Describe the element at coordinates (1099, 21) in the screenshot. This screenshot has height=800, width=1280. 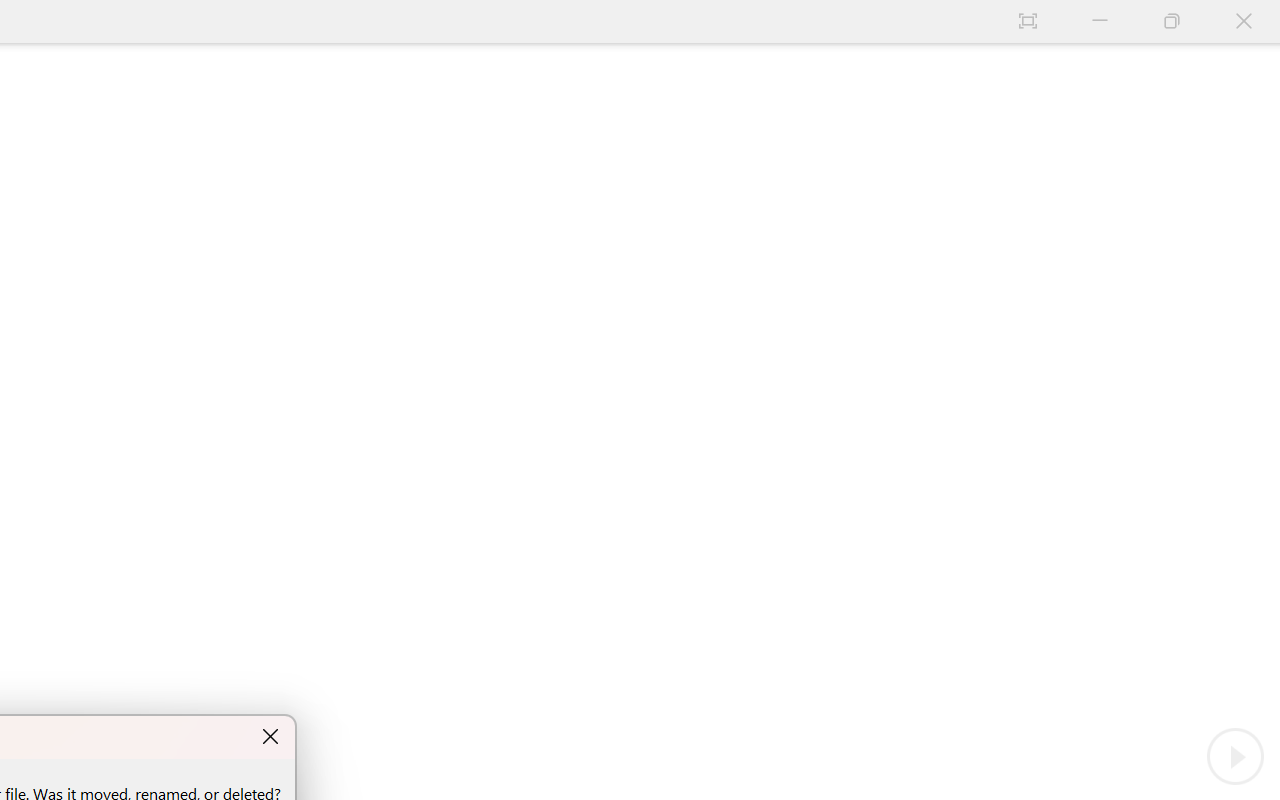
I see `'Minimize'` at that location.